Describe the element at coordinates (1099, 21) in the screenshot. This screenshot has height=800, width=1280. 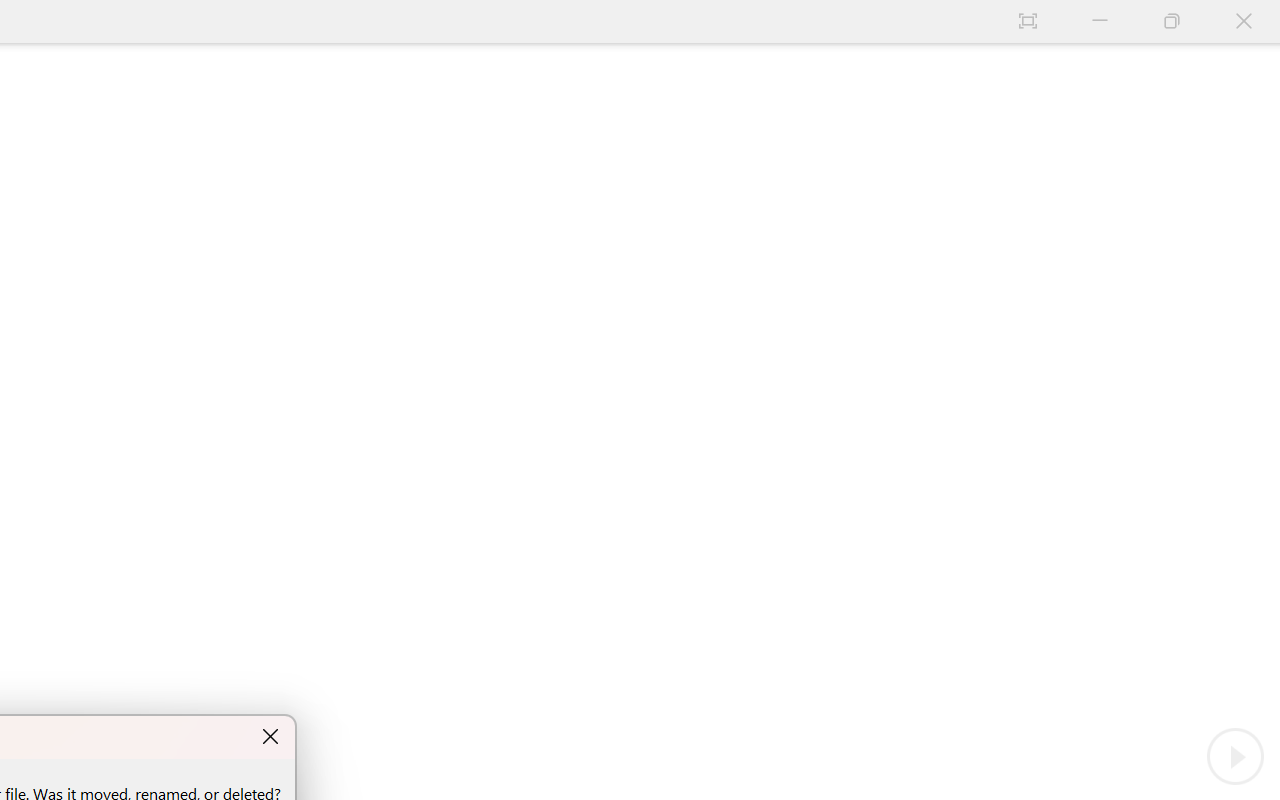
I see `'Minimize'` at that location.